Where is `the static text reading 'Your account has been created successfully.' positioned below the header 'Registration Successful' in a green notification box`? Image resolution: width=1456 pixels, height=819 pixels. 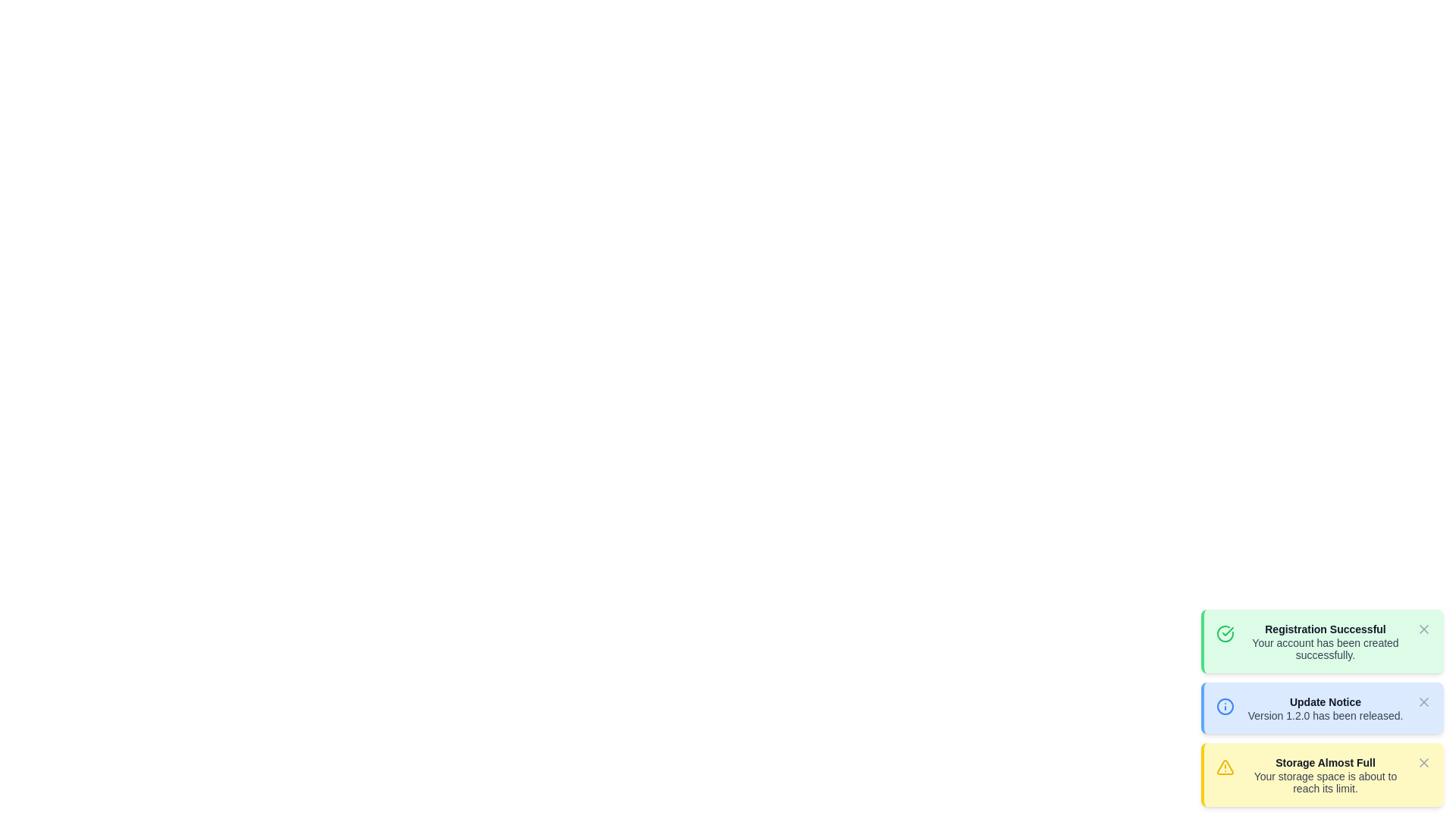
the static text reading 'Your account has been created successfully.' positioned below the header 'Registration Successful' in a green notification box is located at coordinates (1324, 648).